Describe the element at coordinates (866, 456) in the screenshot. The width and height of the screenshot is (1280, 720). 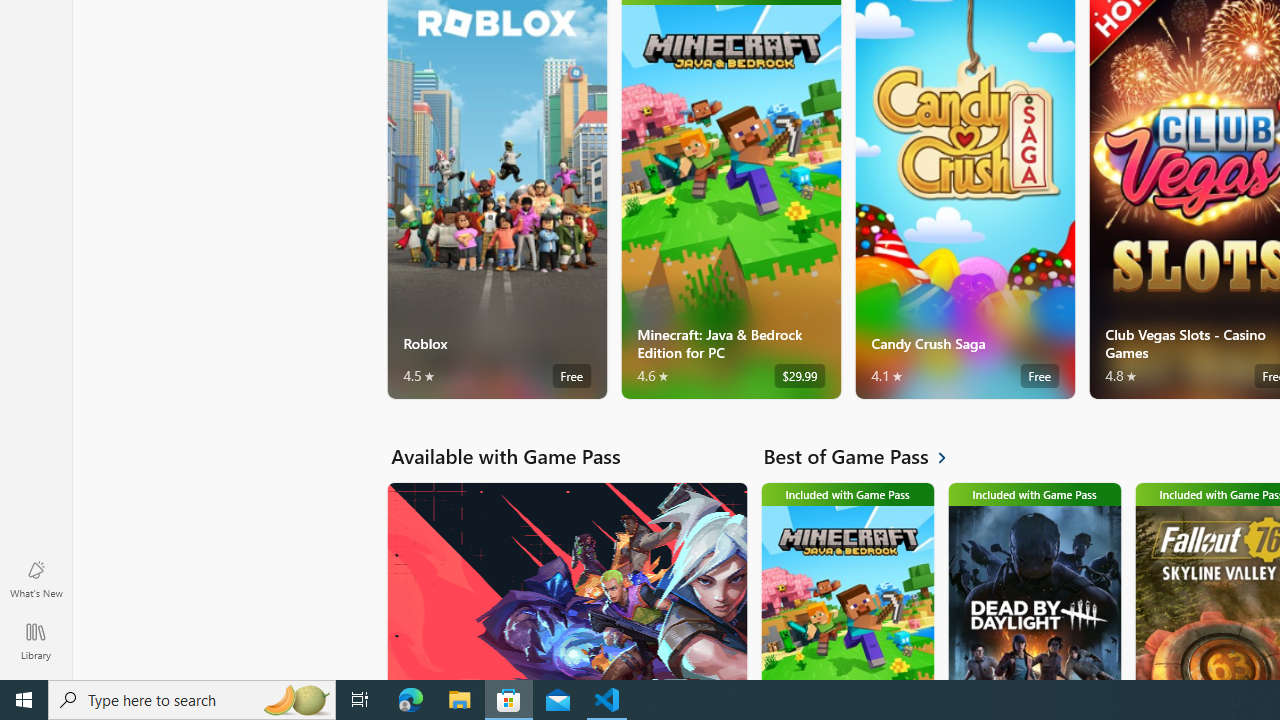
I see `'See all  Best of Game Pass'` at that location.